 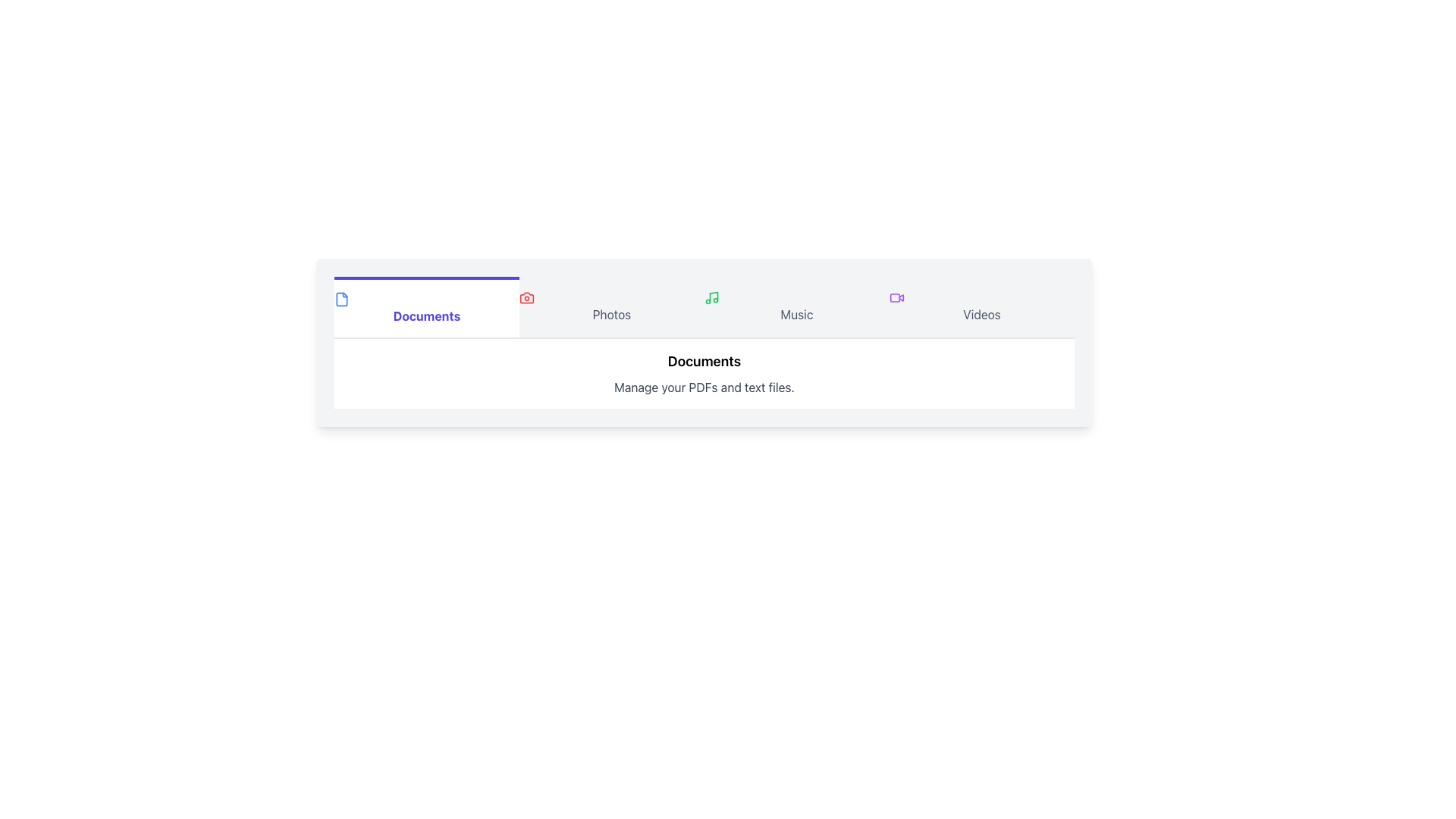 I want to click on the Navigation Tab containing a green musical note icon and the text 'Music', so click(x=796, y=307).